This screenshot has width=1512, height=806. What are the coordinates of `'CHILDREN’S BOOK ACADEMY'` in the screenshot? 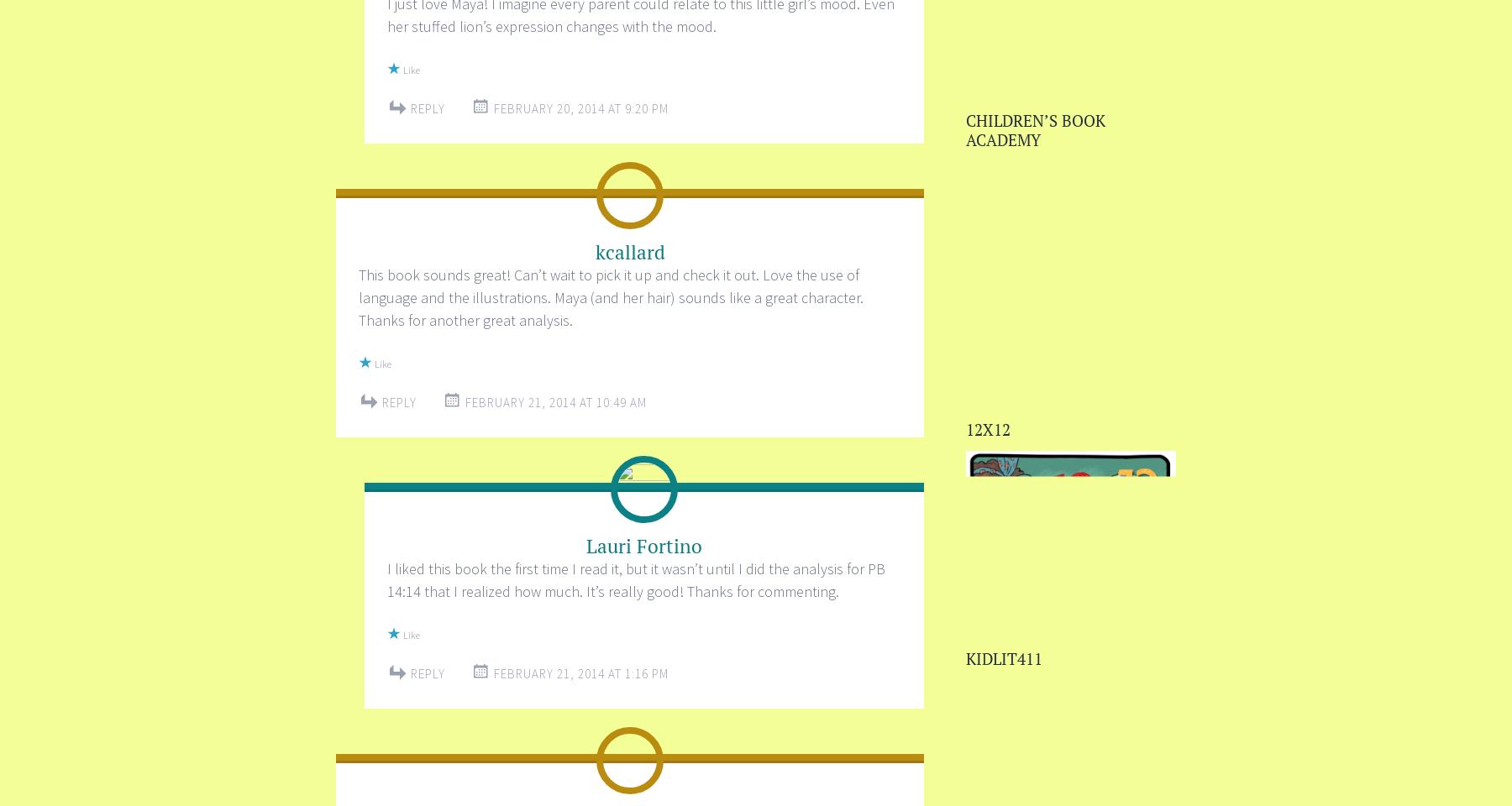 It's located at (1035, 128).